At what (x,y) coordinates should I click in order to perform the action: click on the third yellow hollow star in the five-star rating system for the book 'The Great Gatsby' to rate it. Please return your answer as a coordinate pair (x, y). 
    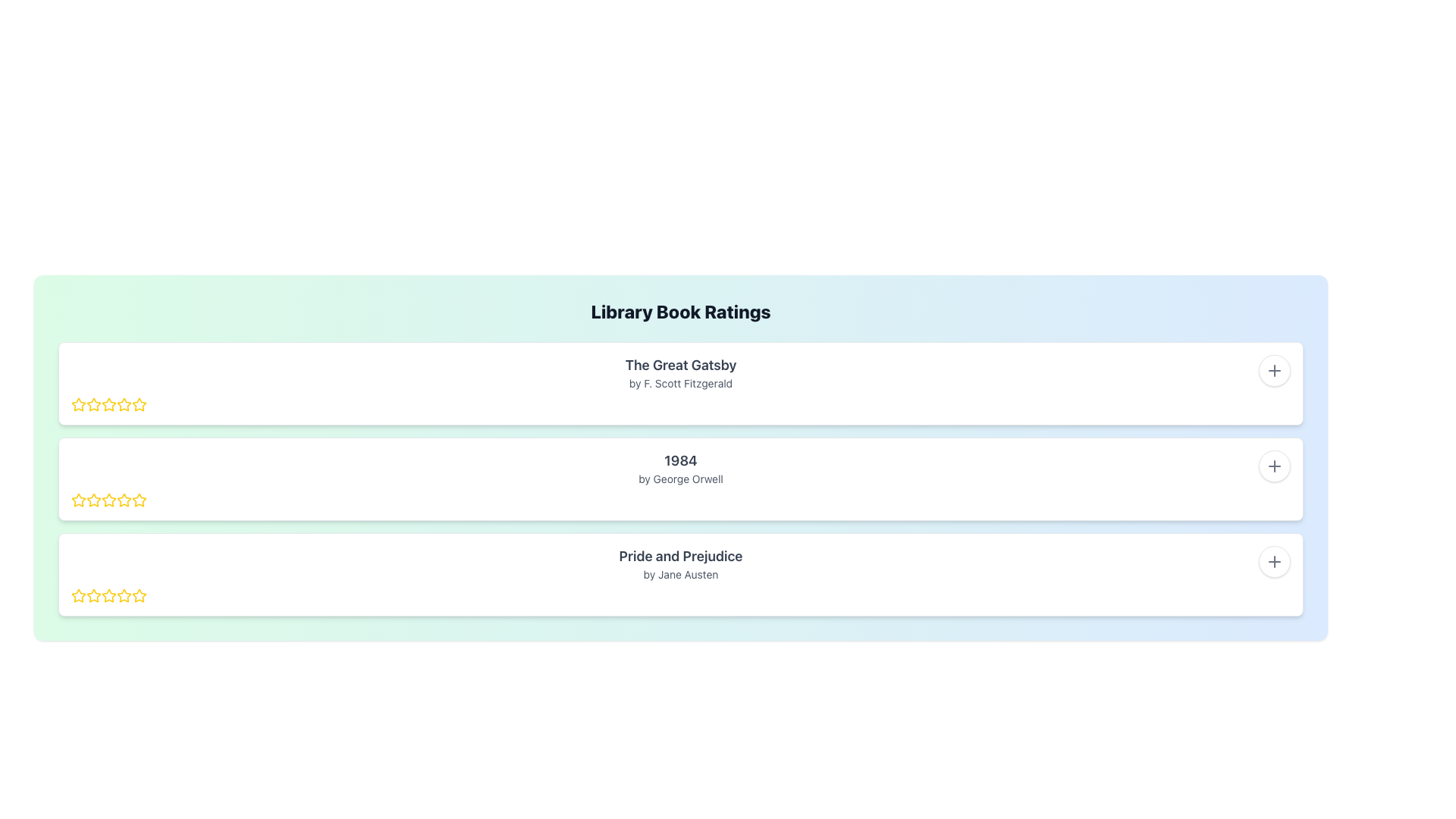
    Looking at the image, I should click on (108, 403).